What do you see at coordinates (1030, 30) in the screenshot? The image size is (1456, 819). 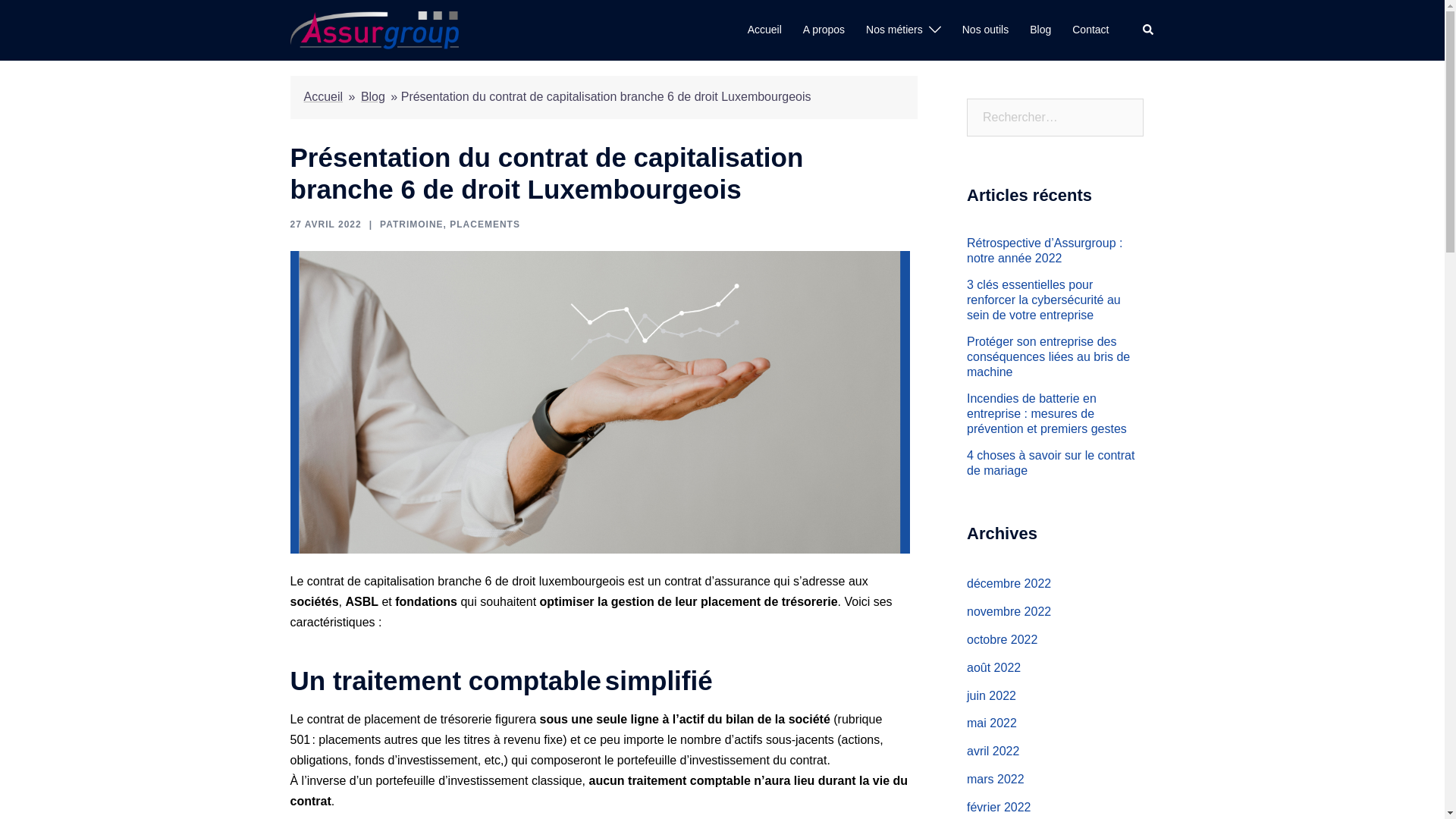 I see `'Blog'` at bounding box center [1030, 30].